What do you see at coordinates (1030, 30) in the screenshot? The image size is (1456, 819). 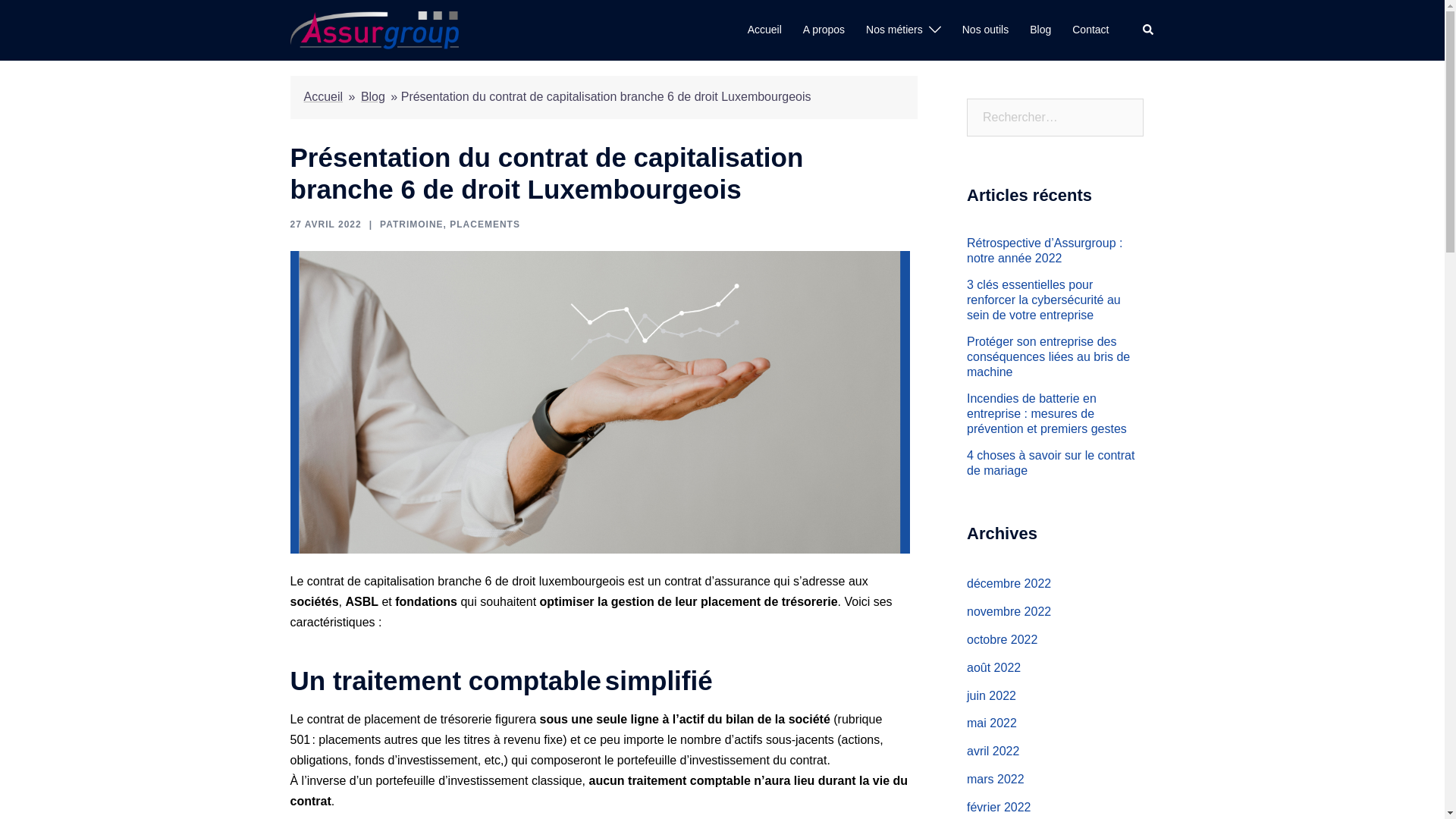 I see `'Blog'` at bounding box center [1030, 30].